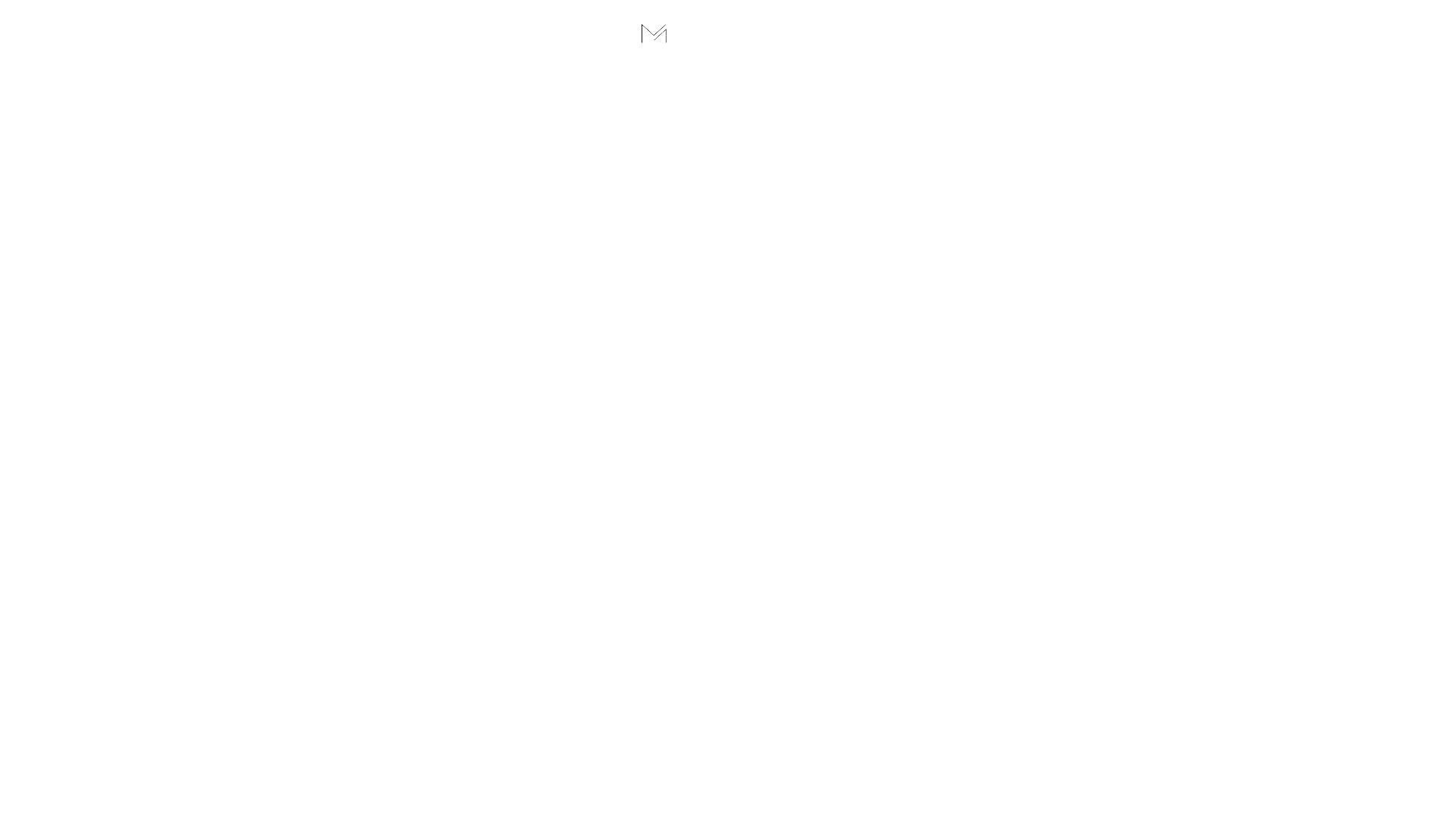 The image size is (1456, 819). Describe the element at coordinates (1411, 807) in the screenshot. I see `'WPBrigade'` at that location.